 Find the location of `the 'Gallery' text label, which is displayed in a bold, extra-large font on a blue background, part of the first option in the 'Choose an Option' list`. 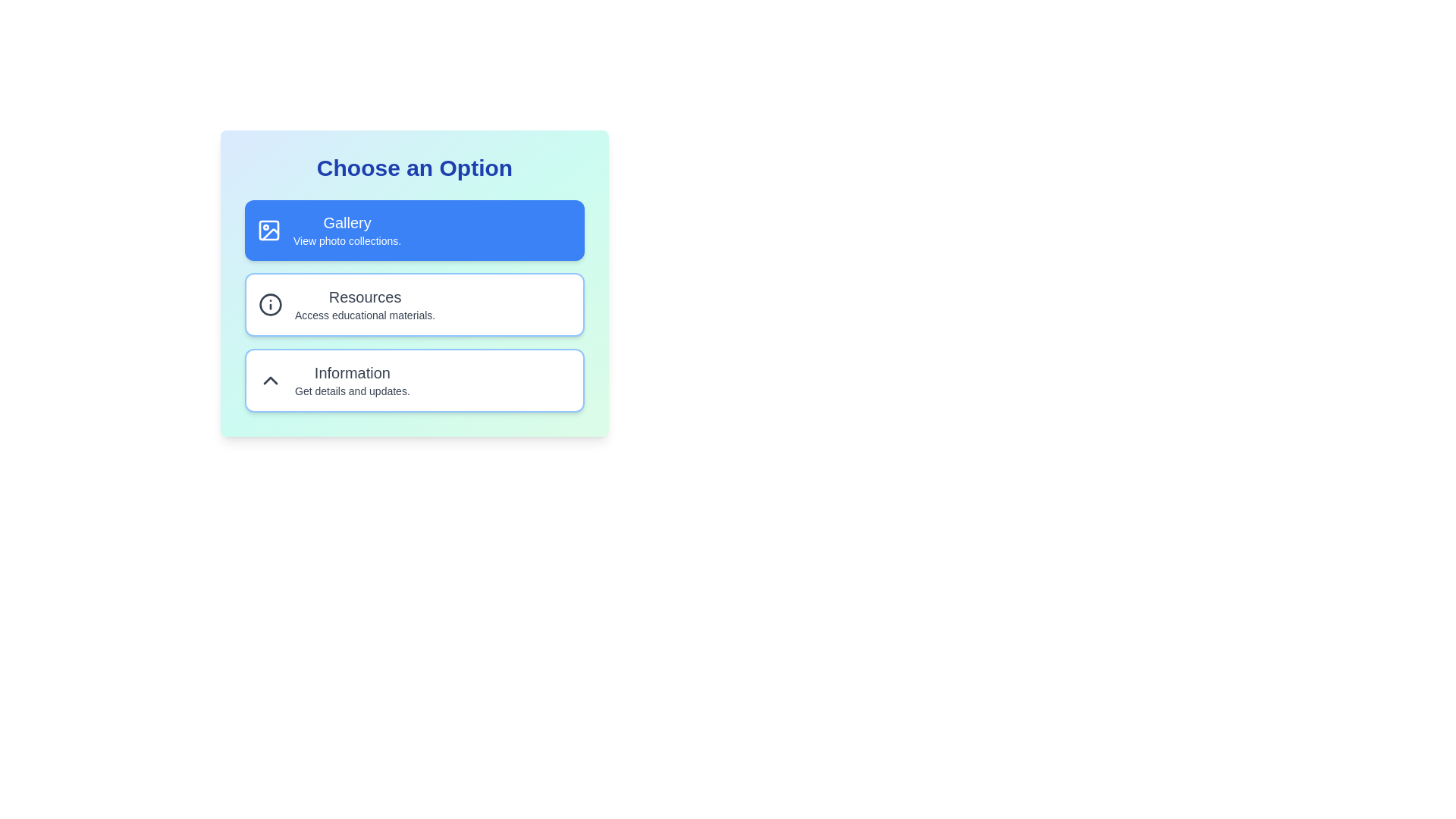

the 'Gallery' text label, which is displayed in a bold, extra-large font on a blue background, part of the first option in the 'Choose an Option' list is located at coordinates (347, 222).